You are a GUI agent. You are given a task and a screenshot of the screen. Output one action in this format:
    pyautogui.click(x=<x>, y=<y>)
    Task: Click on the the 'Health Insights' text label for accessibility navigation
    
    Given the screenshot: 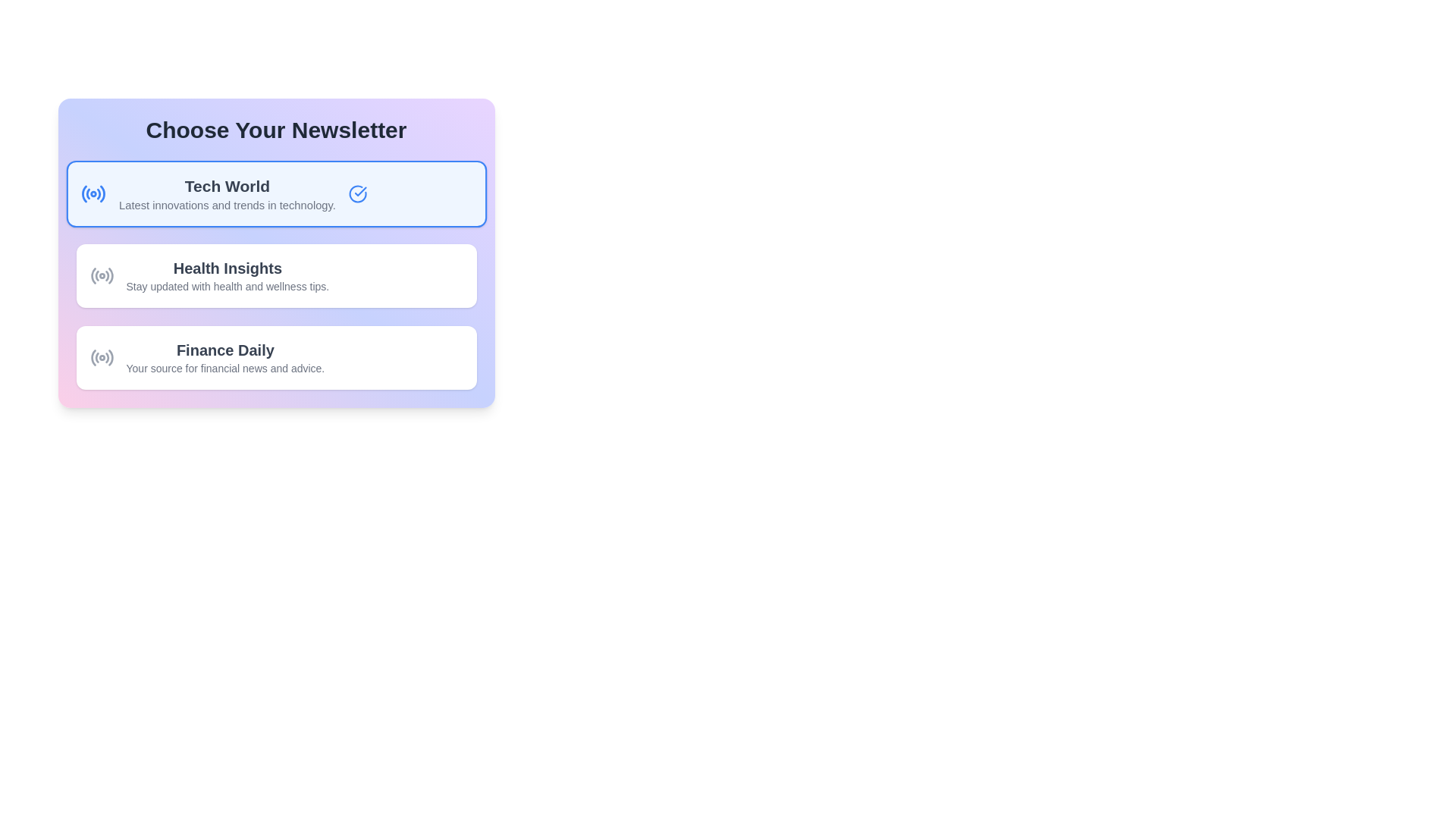 What is the action you would take?
    pyautogui.click(x=227, y=268)
    